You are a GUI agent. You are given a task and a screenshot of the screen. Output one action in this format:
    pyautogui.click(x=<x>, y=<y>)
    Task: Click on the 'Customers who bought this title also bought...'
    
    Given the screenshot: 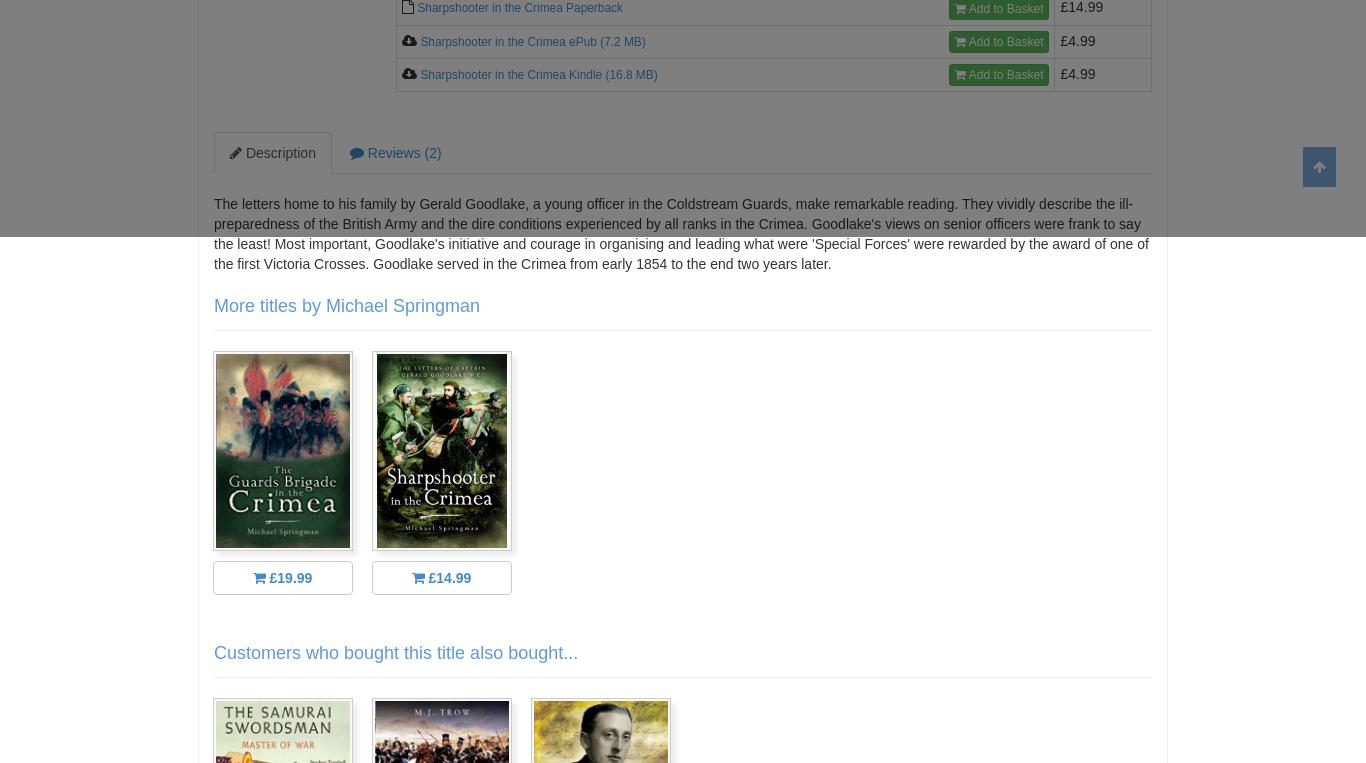 What is the action you would take?
    pyautogui.click(x=213, y=652)
    